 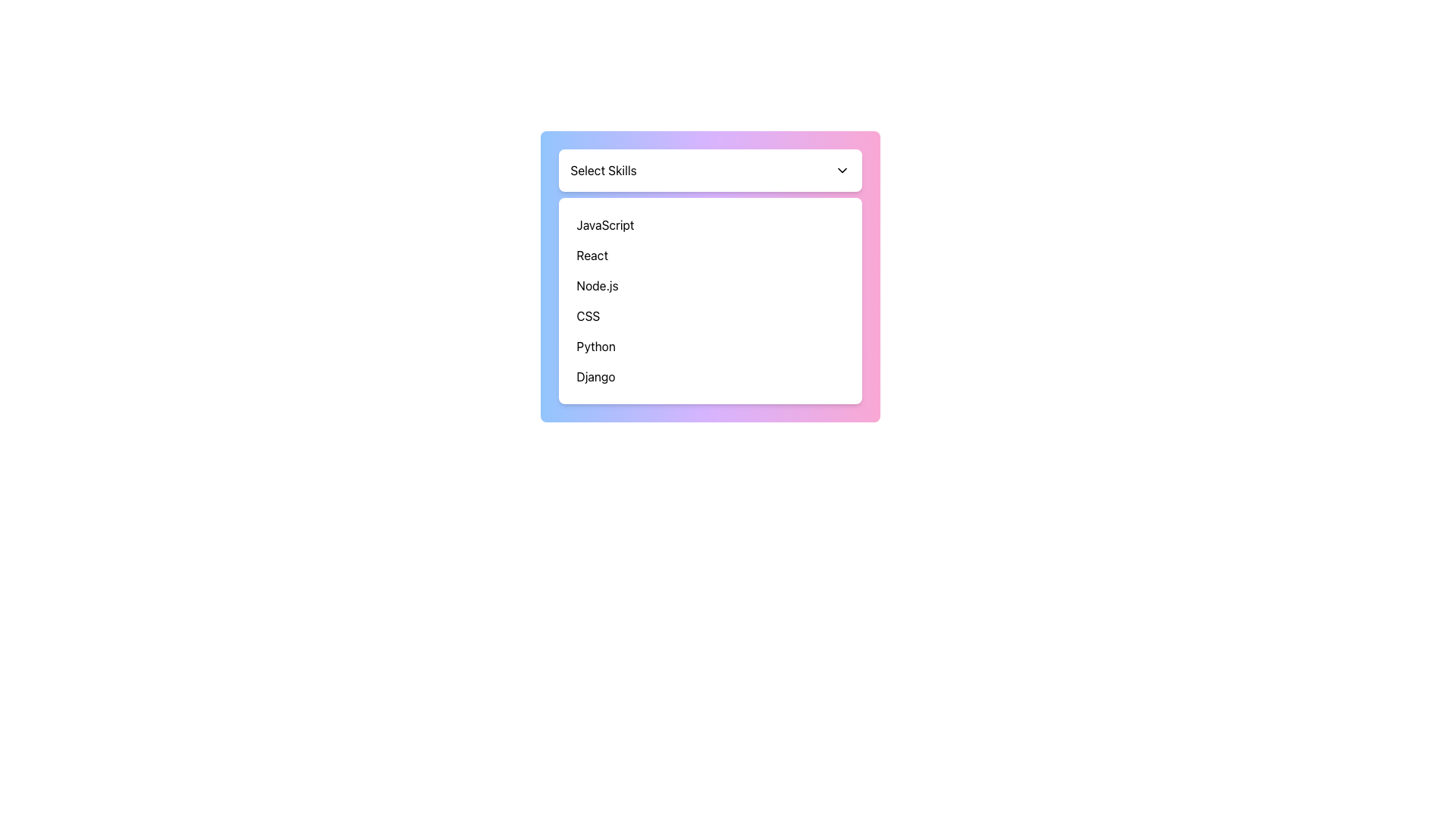 I want to click on the 'JavaScript' option from the dropdown list by clicking on the first item displayed in the list, which is centrally aligned within the dropdown component, so click(x=709, y=225).